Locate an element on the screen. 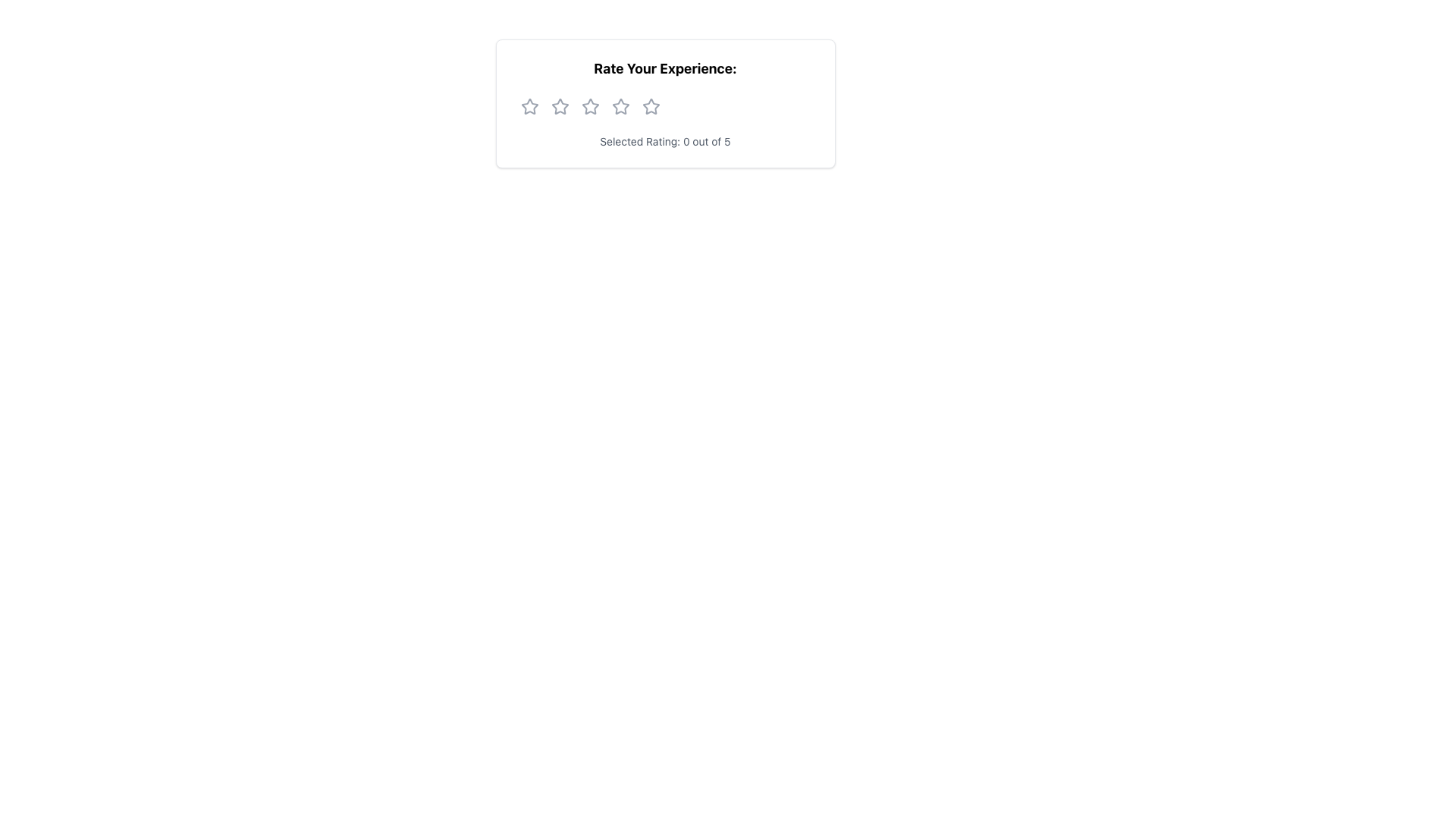 This screenshot has height=819, width=1456. the first star icon in the 'Rate Your Experience:' section is located at coordinates (529, 106).